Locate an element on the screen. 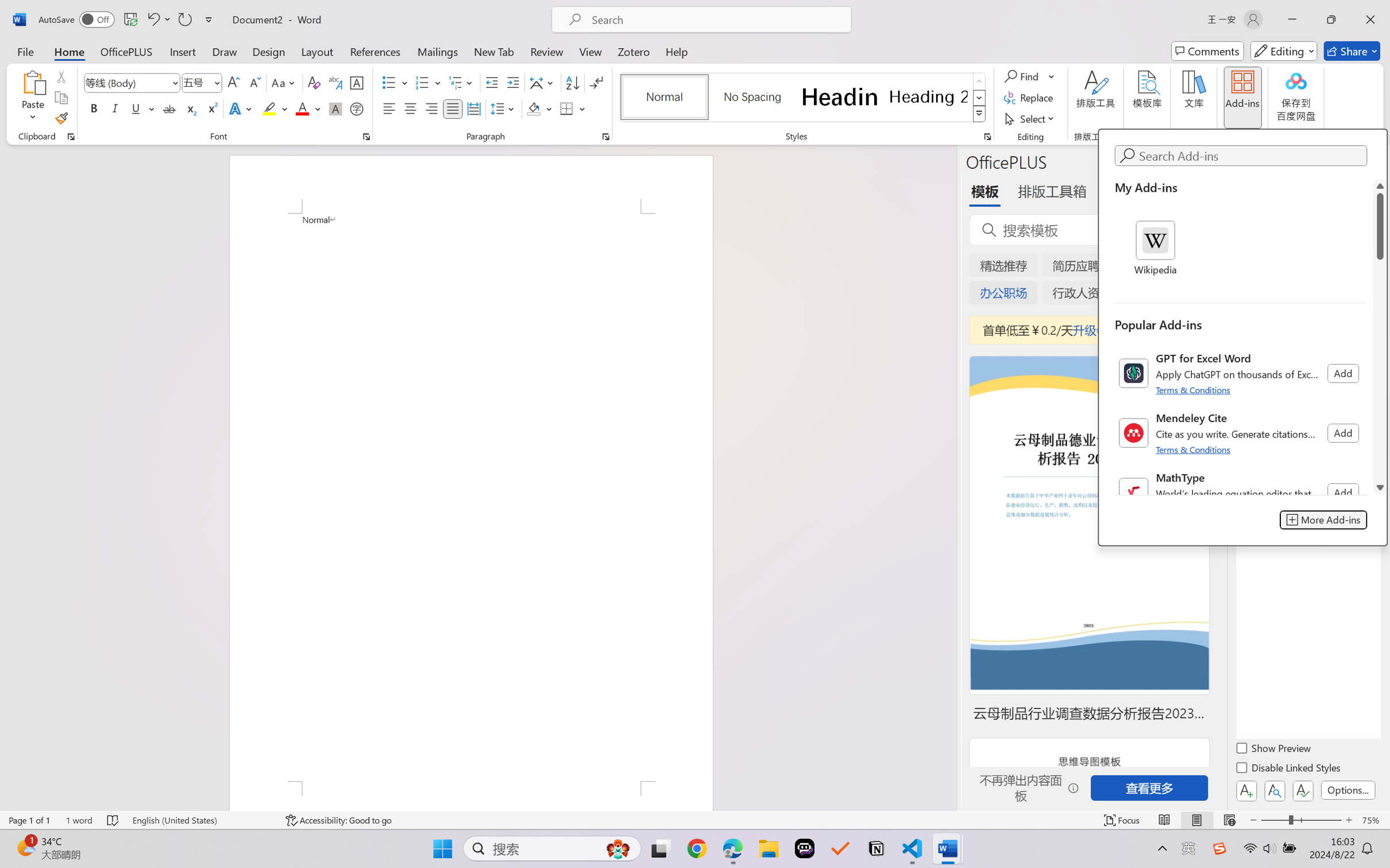 The height and width of the screenshot is (868, 1390). 'Heading 2' is located at coordinates (928, 96).